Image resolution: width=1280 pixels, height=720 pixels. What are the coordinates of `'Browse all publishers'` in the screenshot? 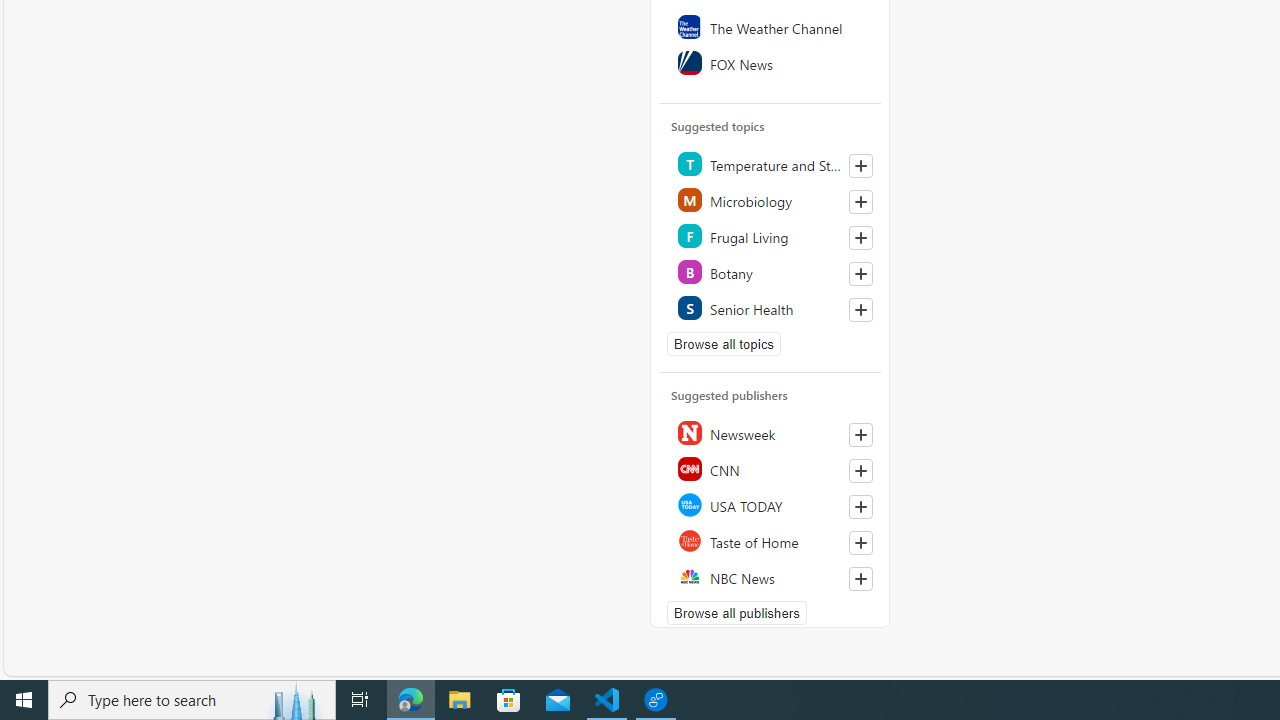 It's located at (735, 612).